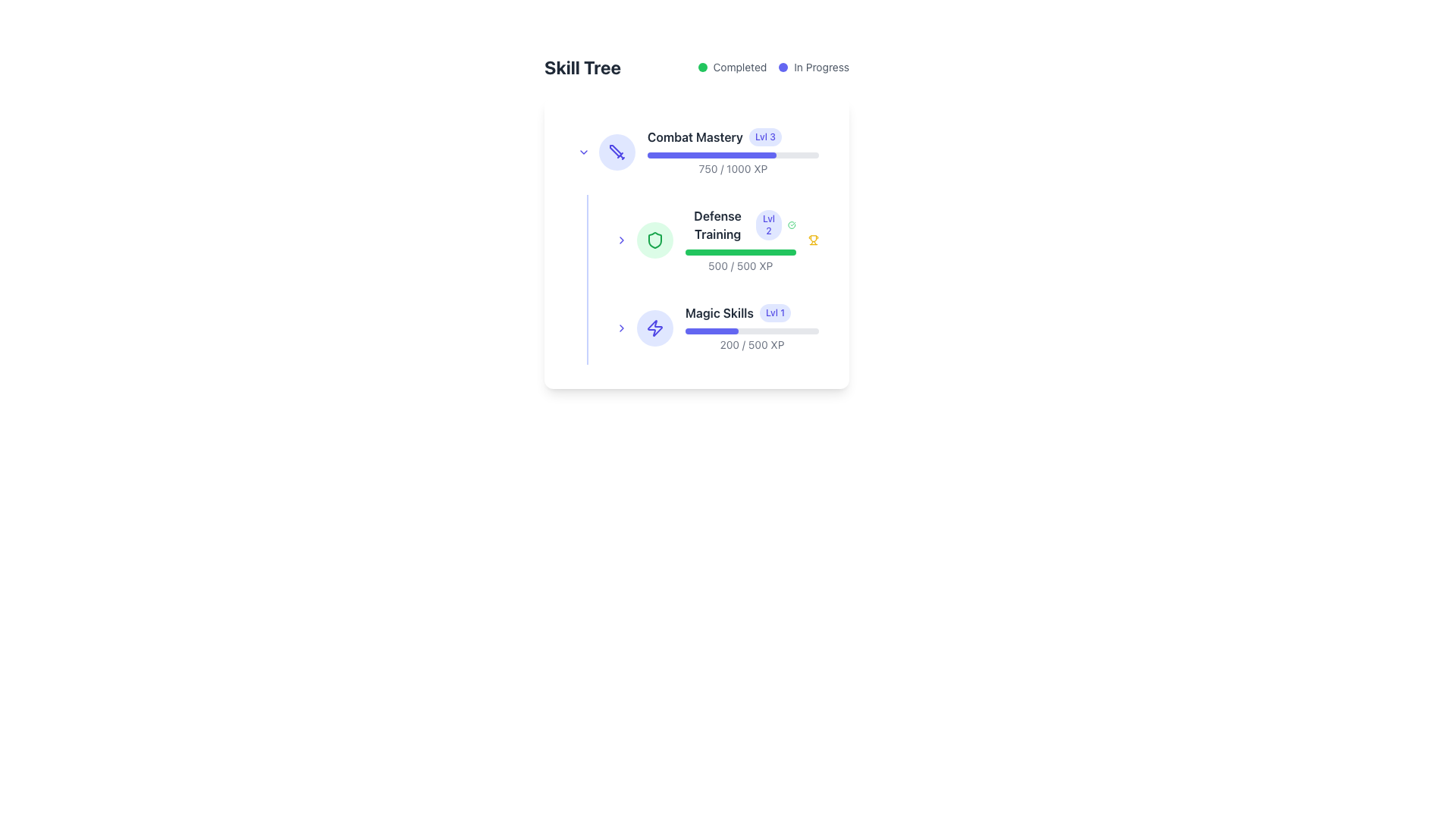 The height and width of the screenshot is (819, 1456). I want to click on the decorative icon with a light indigo background and a deep indigo bolt symbol, located in the 'Magic Skills' card section near the top-left, so click(655, 327).